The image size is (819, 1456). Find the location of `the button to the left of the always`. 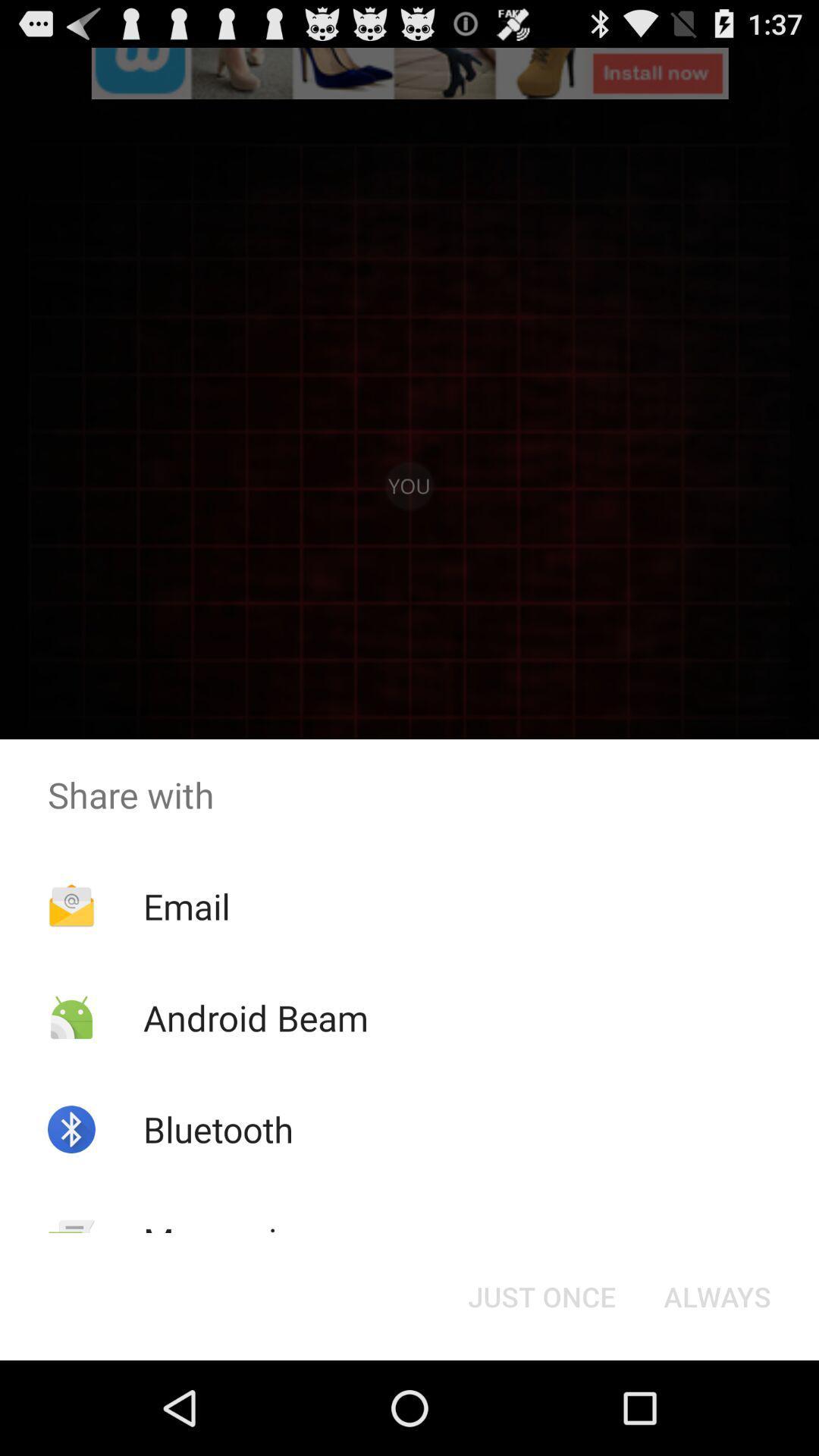

the button to the left of the always is located at coordinates (541, 1295).